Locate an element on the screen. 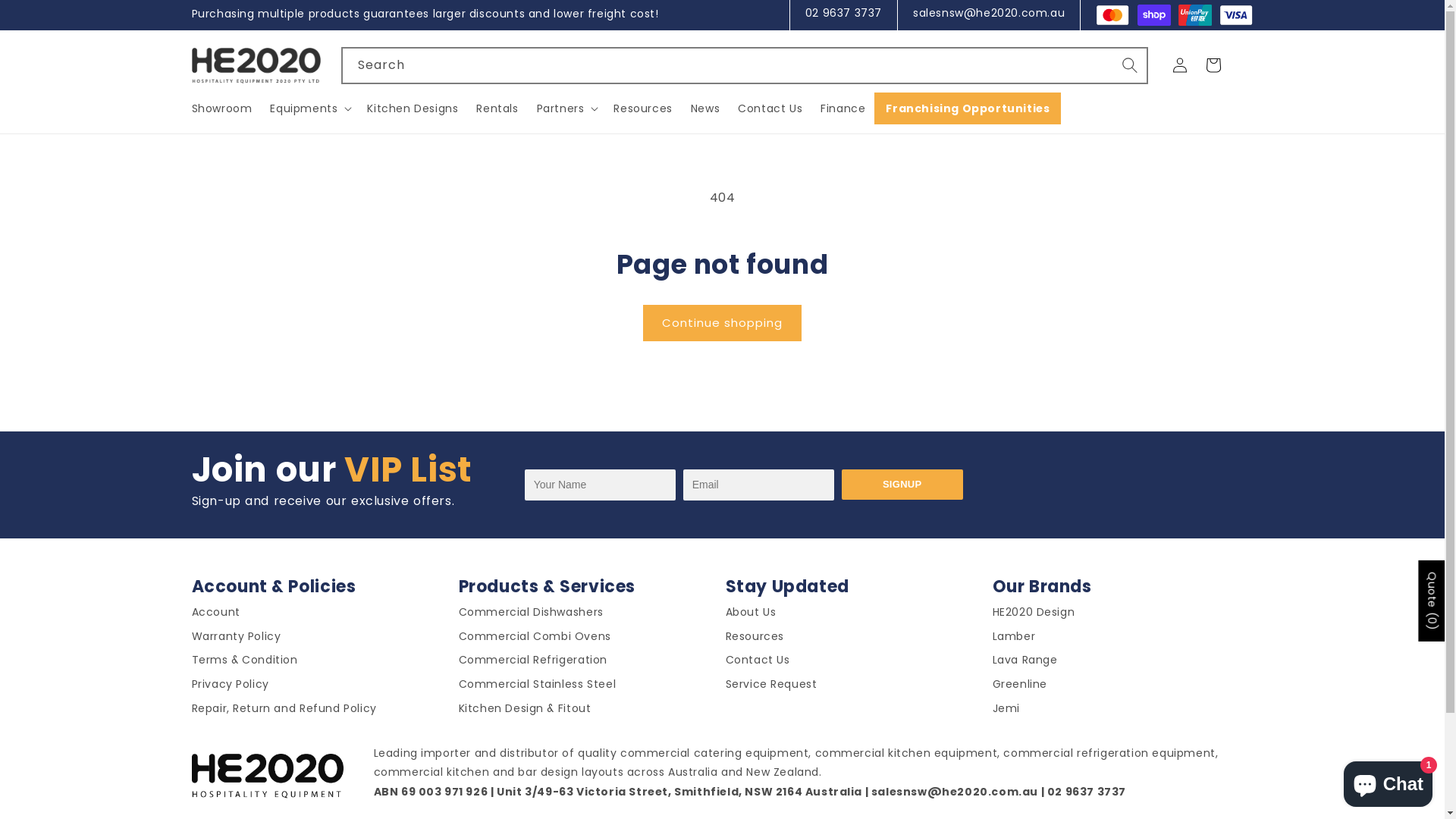 The image size is (1456, 819). 'salesnsw@he2020.com.au' is located at coordinates (989, 12).